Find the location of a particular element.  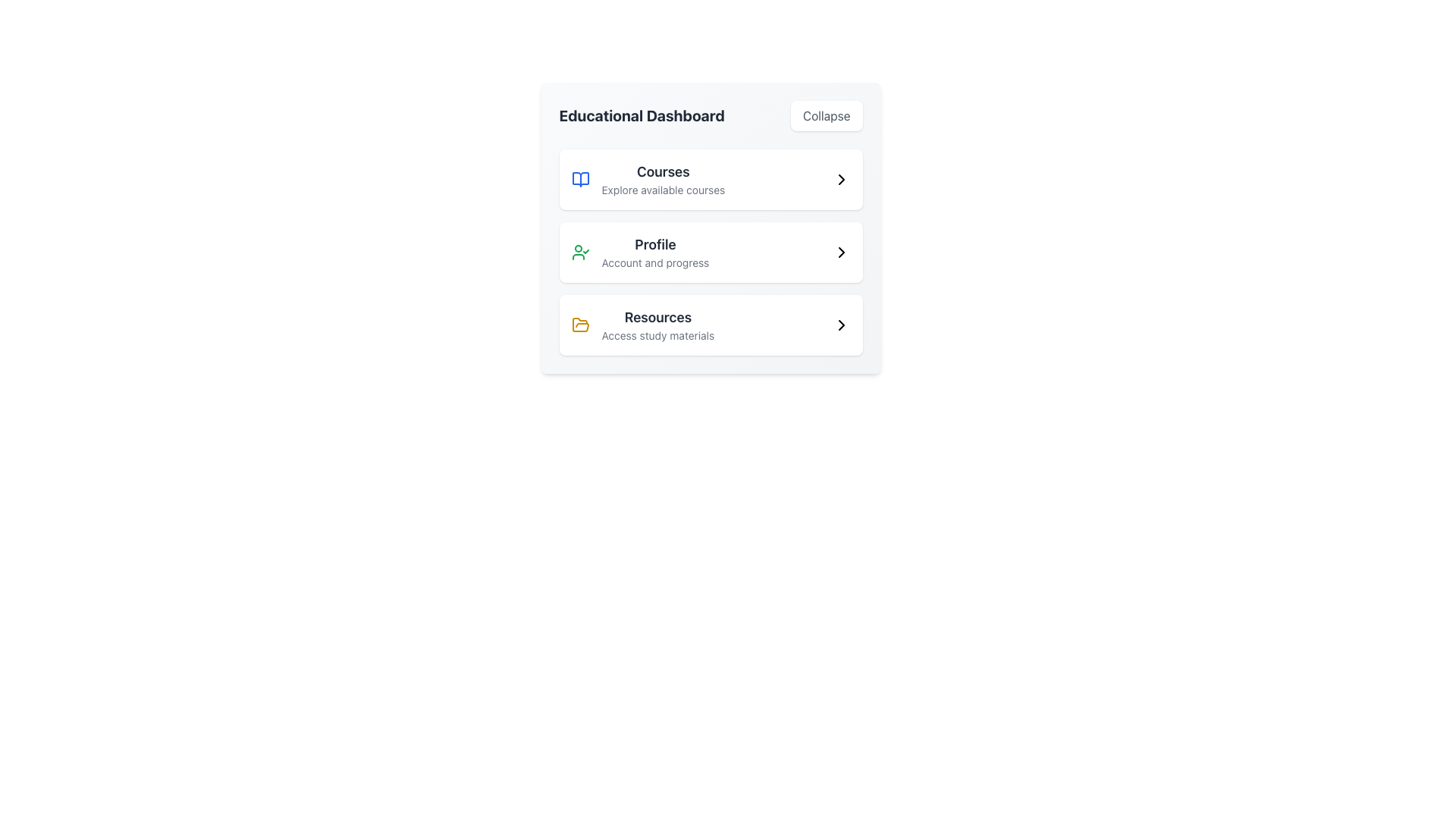

the chevron indicator on the far right of the 'Profile' row in the 'Educational Dashboard' is located at coordinates (840, 251).